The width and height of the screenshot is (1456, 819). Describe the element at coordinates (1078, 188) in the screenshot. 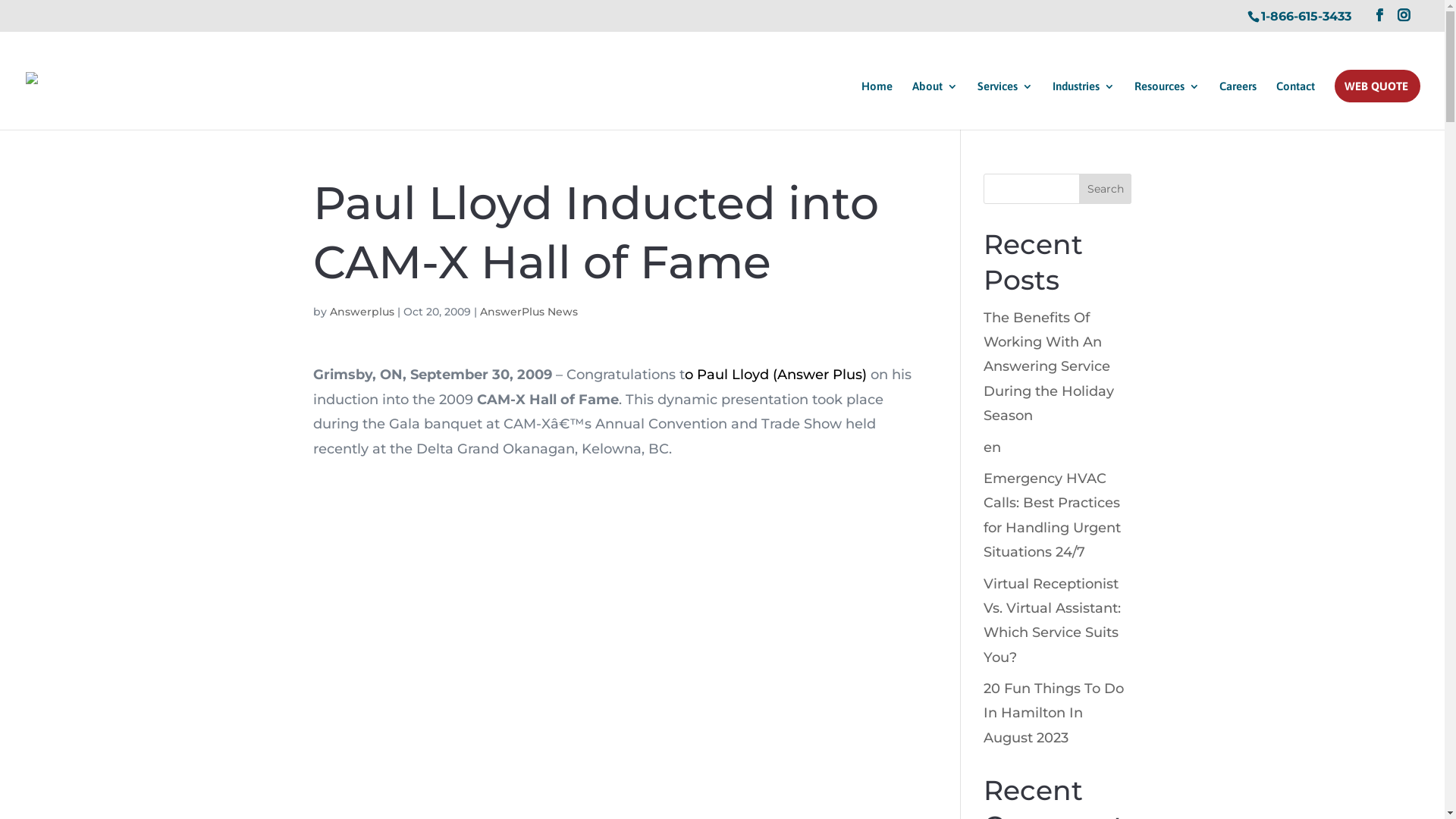

I see `'Search'` at that location.